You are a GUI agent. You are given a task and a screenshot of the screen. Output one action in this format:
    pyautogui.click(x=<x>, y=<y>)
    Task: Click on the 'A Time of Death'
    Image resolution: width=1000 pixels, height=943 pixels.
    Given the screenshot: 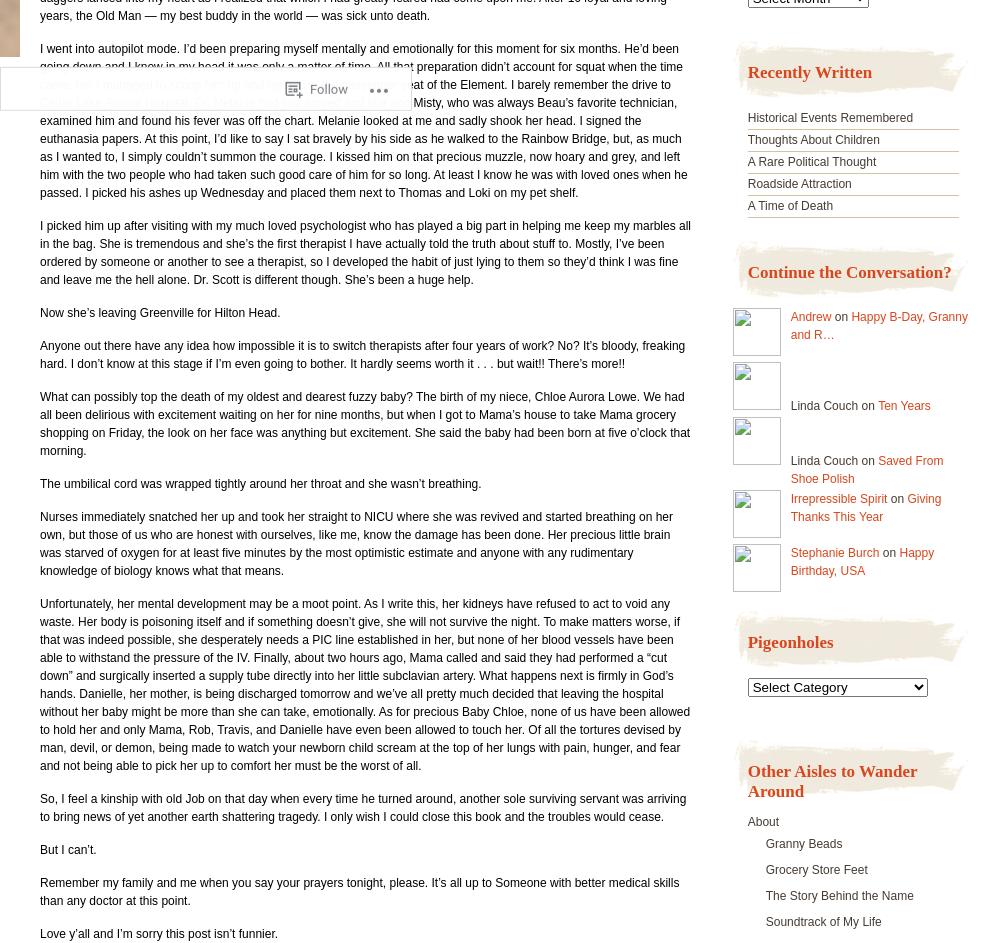 What is the action you would take?
    pyautogui.click(x=790, y=205)
    